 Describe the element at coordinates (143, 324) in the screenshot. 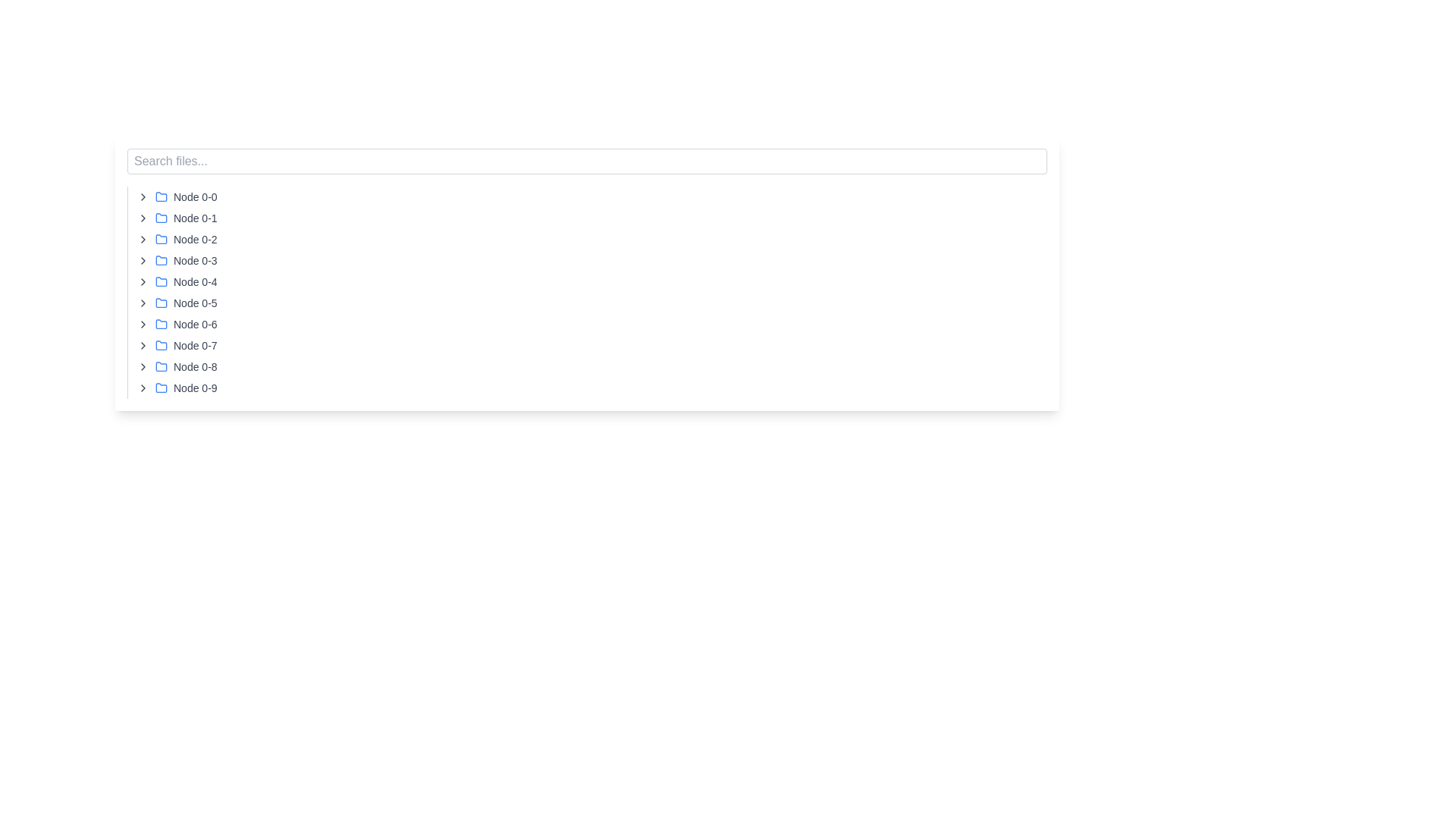

I see `the chevron button on the leftmost side of the row representing 'Node 0-6'` at that location.